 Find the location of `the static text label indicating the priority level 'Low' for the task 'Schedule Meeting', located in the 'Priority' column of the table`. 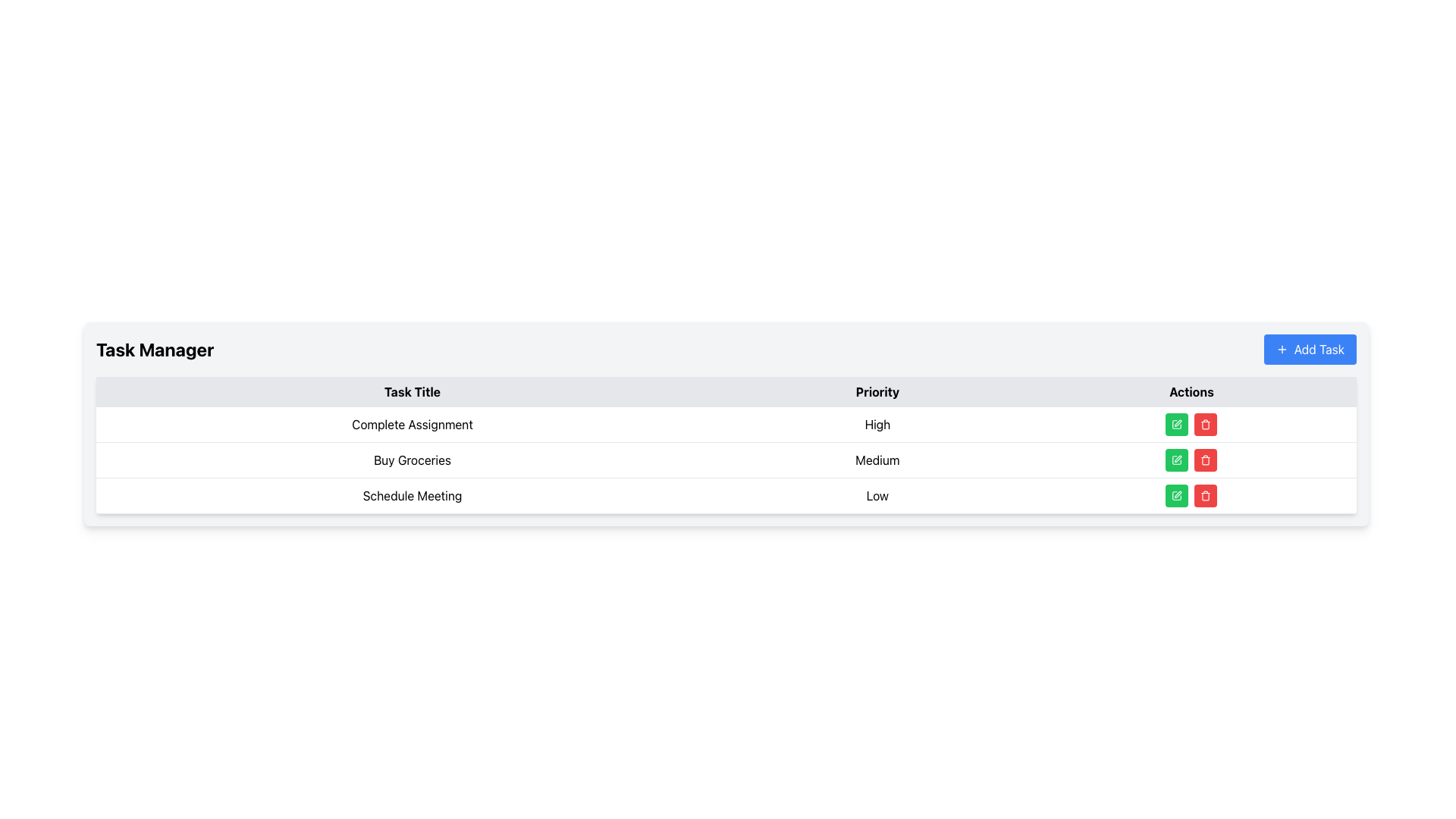

the static text label indicating the priority level 'Low' for the task 'Schedule Meeting', located in the 'Priority' column of the table is located at coordinates (877, 496).